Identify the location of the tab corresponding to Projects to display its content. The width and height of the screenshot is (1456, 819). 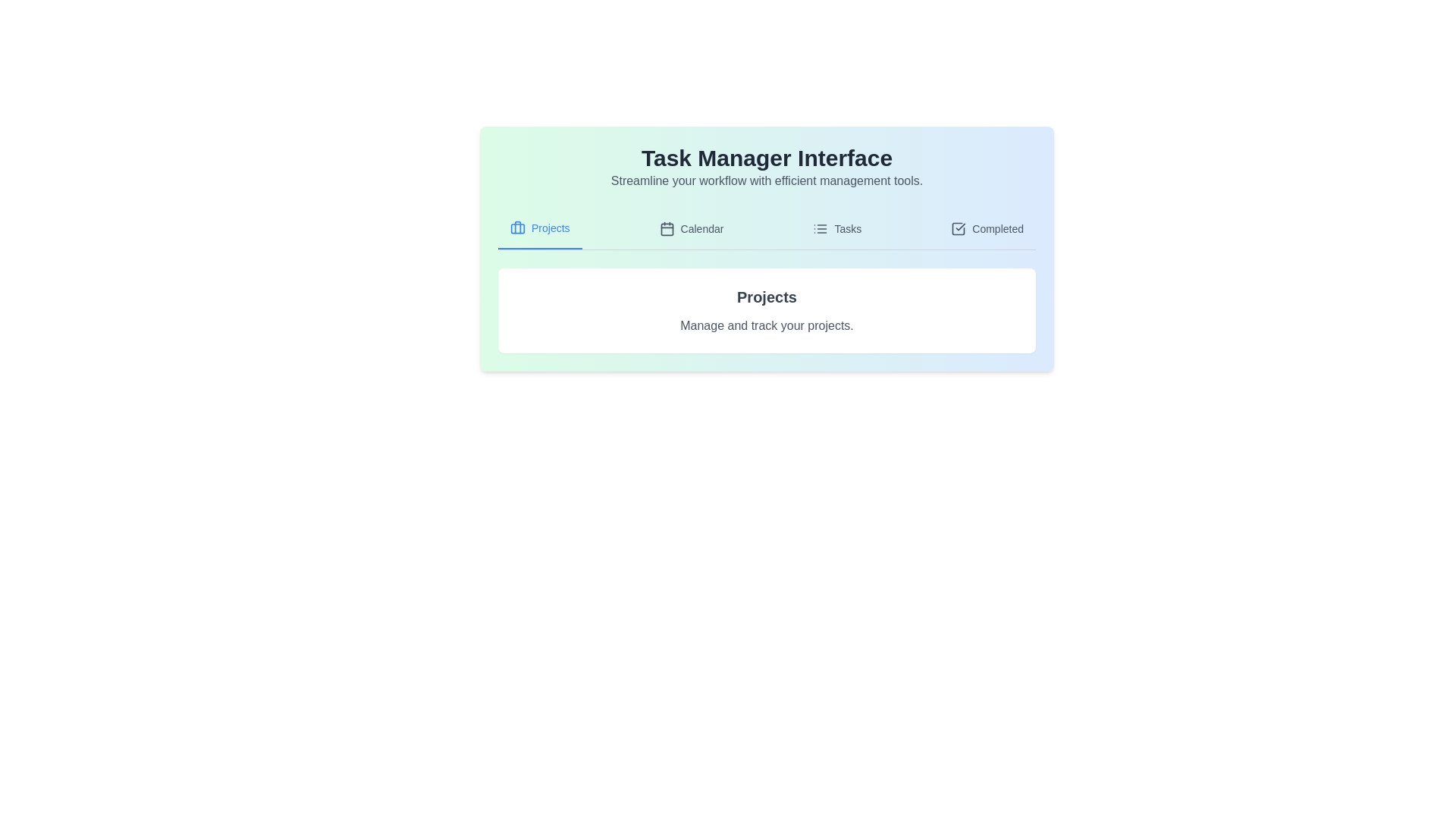
(539, 228).